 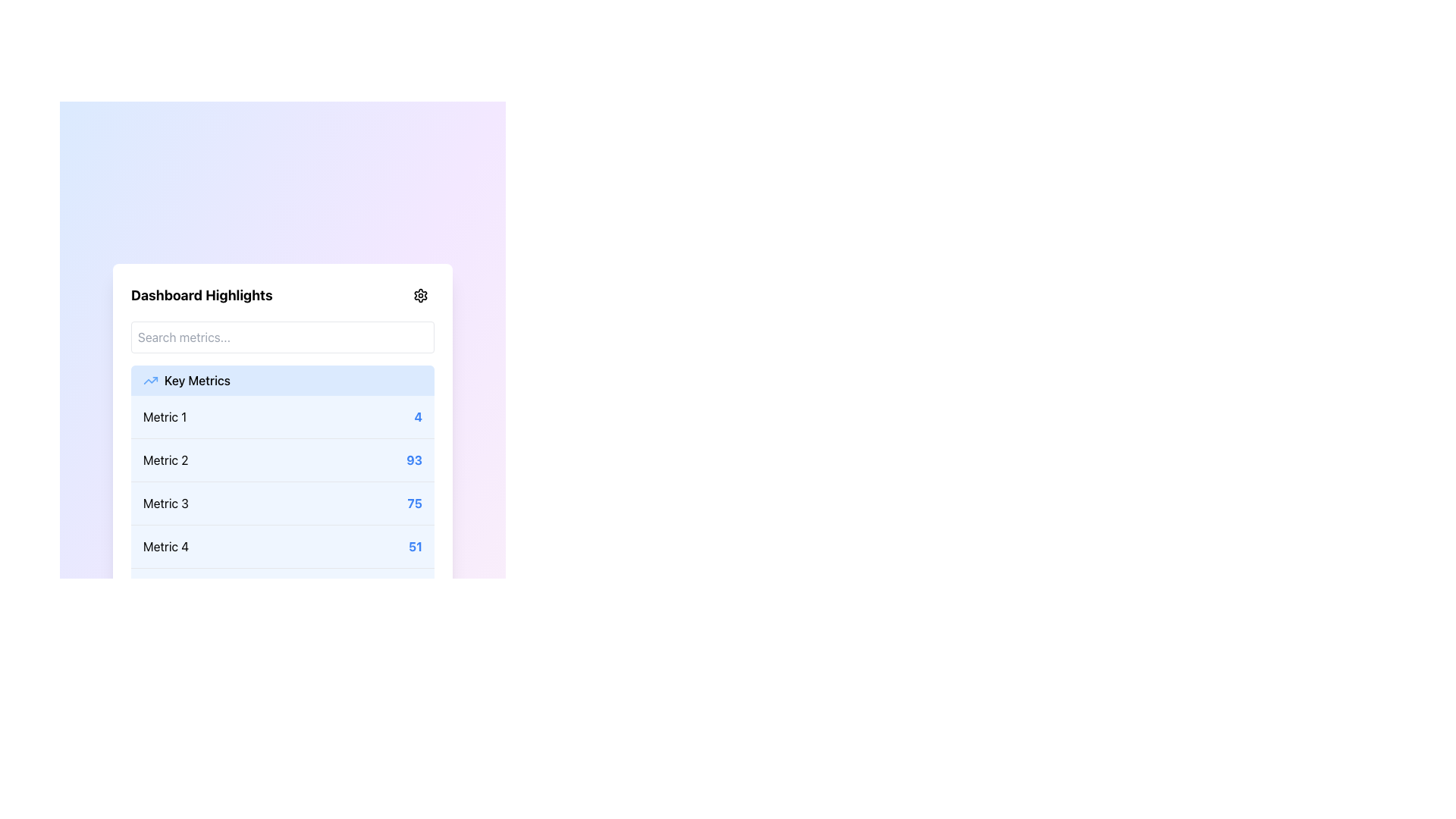 What do you see at coordinates (165, 459) in the screenshot?
I see `the Text Label element that identifies the specific metric in the second row of the Key Metrics list` at bounding box center [165, 459].